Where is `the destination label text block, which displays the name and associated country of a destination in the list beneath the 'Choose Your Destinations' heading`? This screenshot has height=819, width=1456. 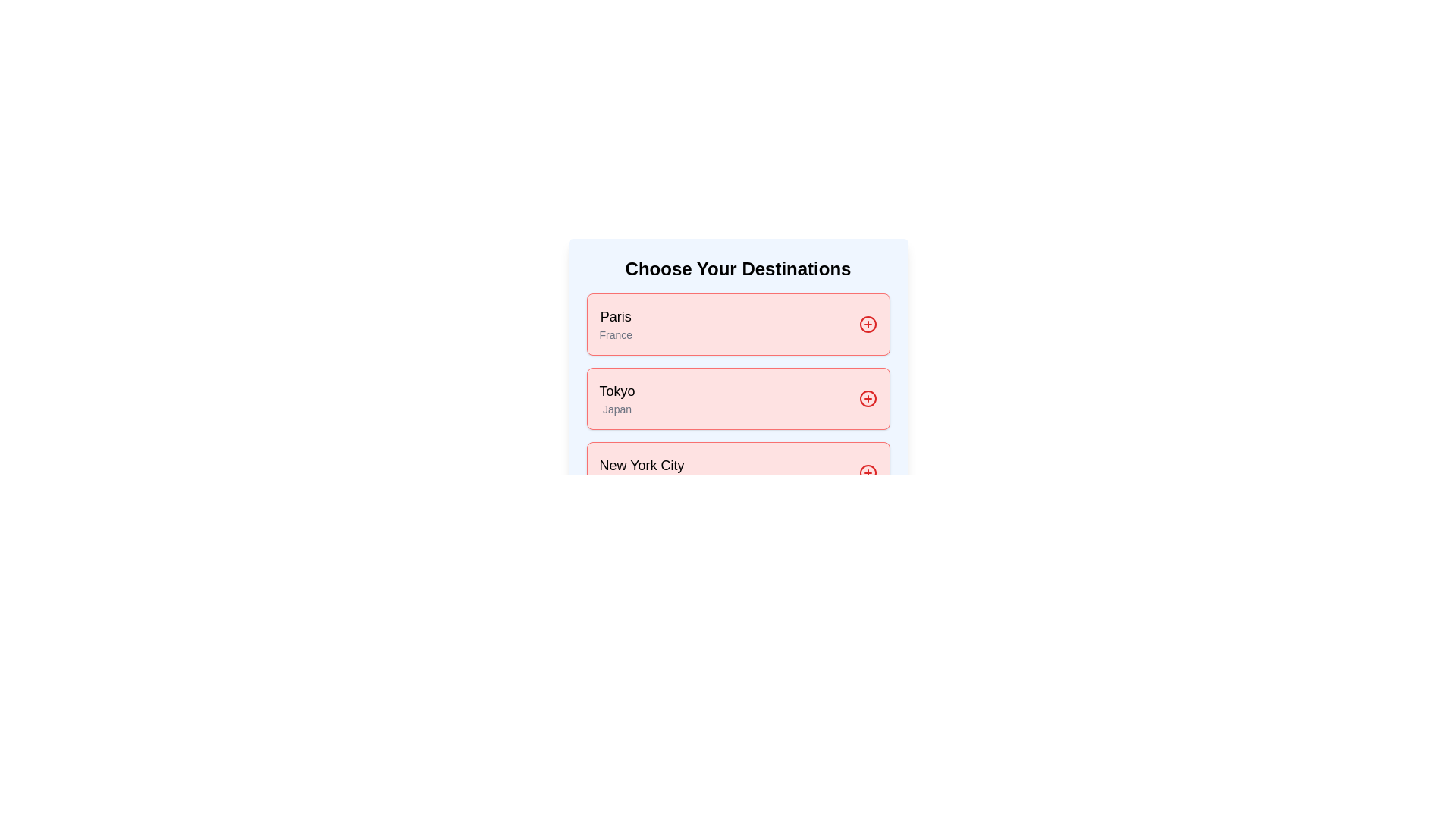
the destination label text block, which displays the name and associated country of a destination in the list beneath the 'Choose Your Destinations' heading is located at coordinates (616, 324).